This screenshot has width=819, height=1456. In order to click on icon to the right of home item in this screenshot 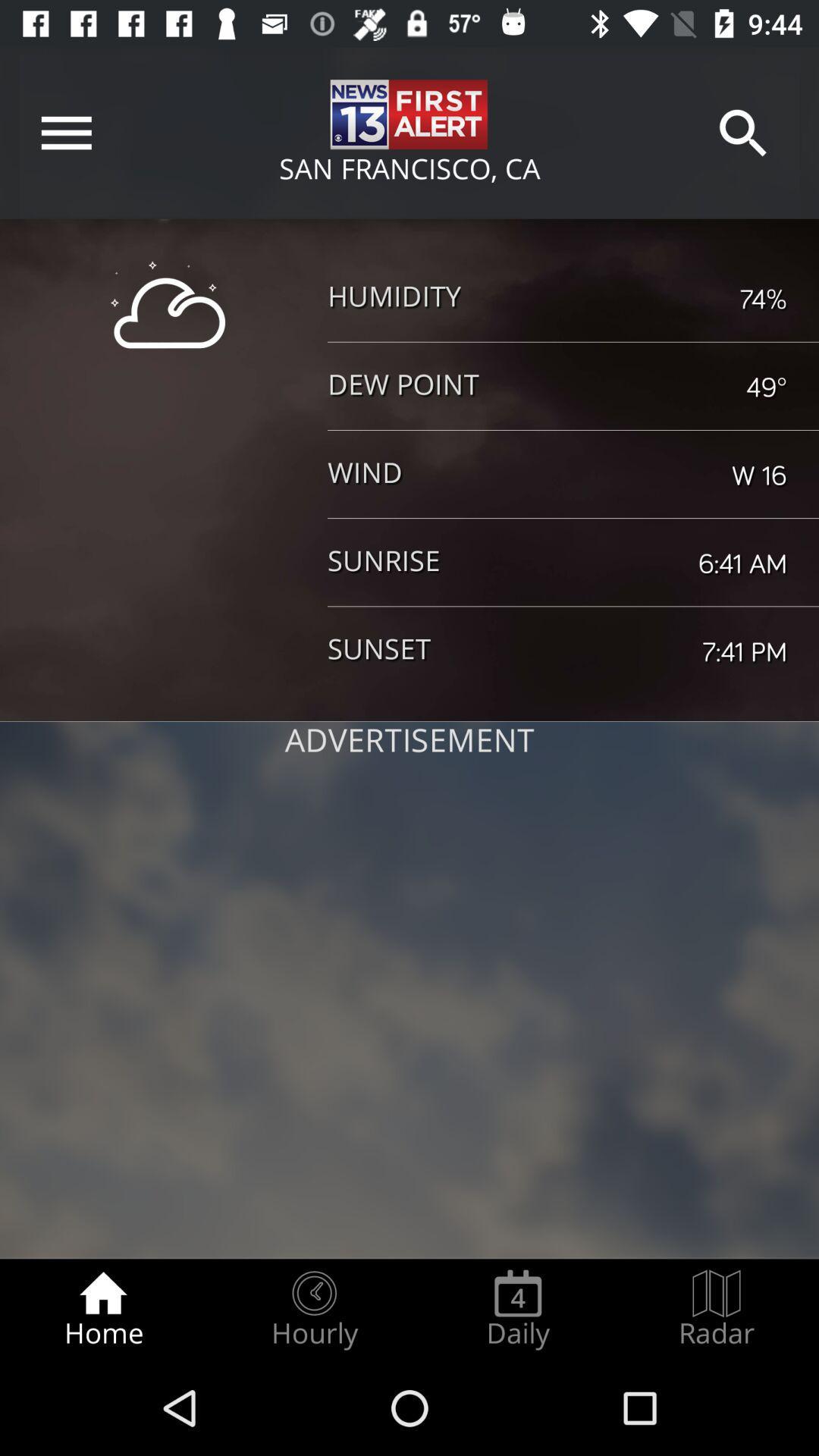, I will do `click(313, 1309)`.